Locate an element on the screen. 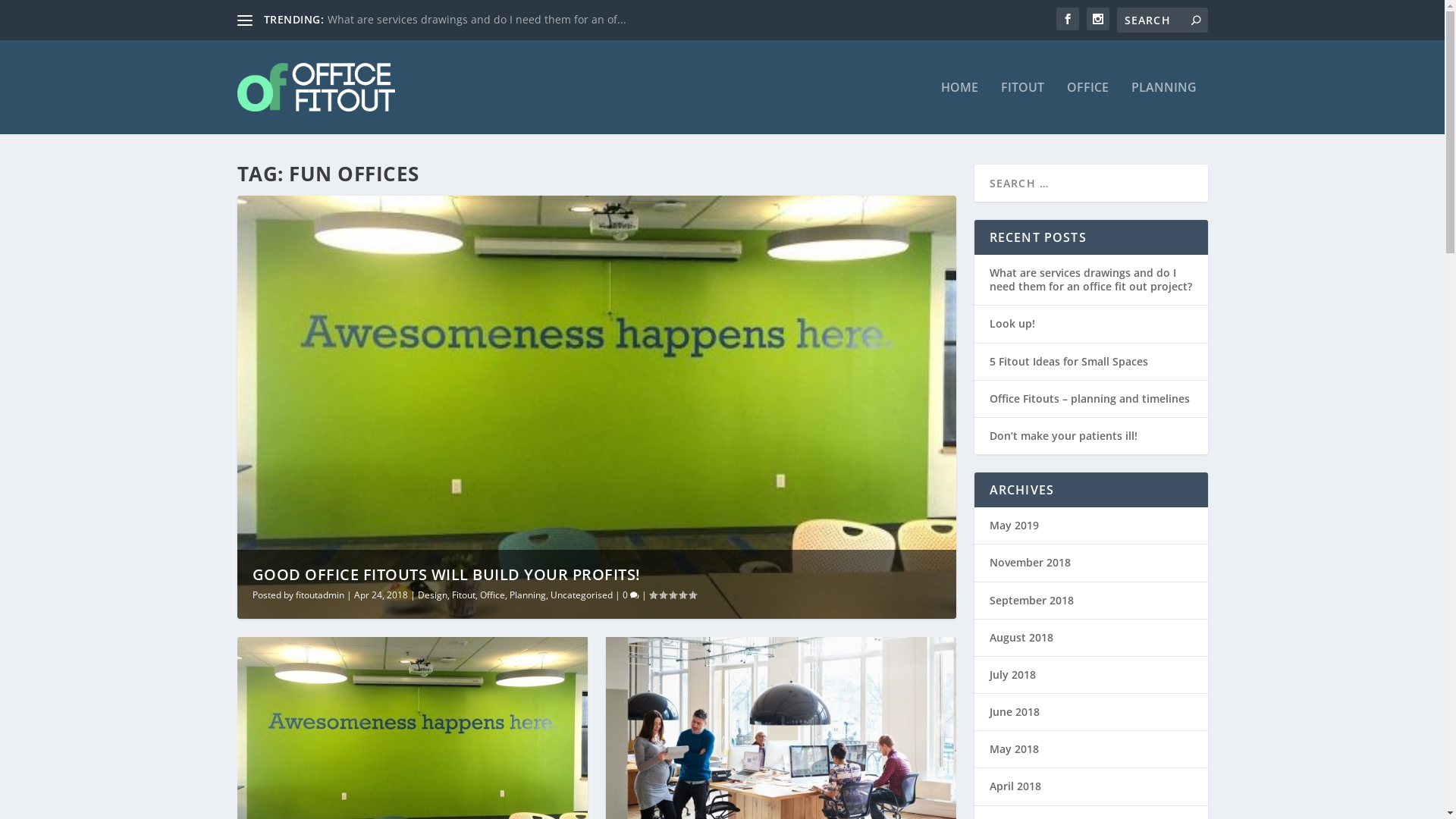  'PLANNING' is located at coordinates (1163, 107).